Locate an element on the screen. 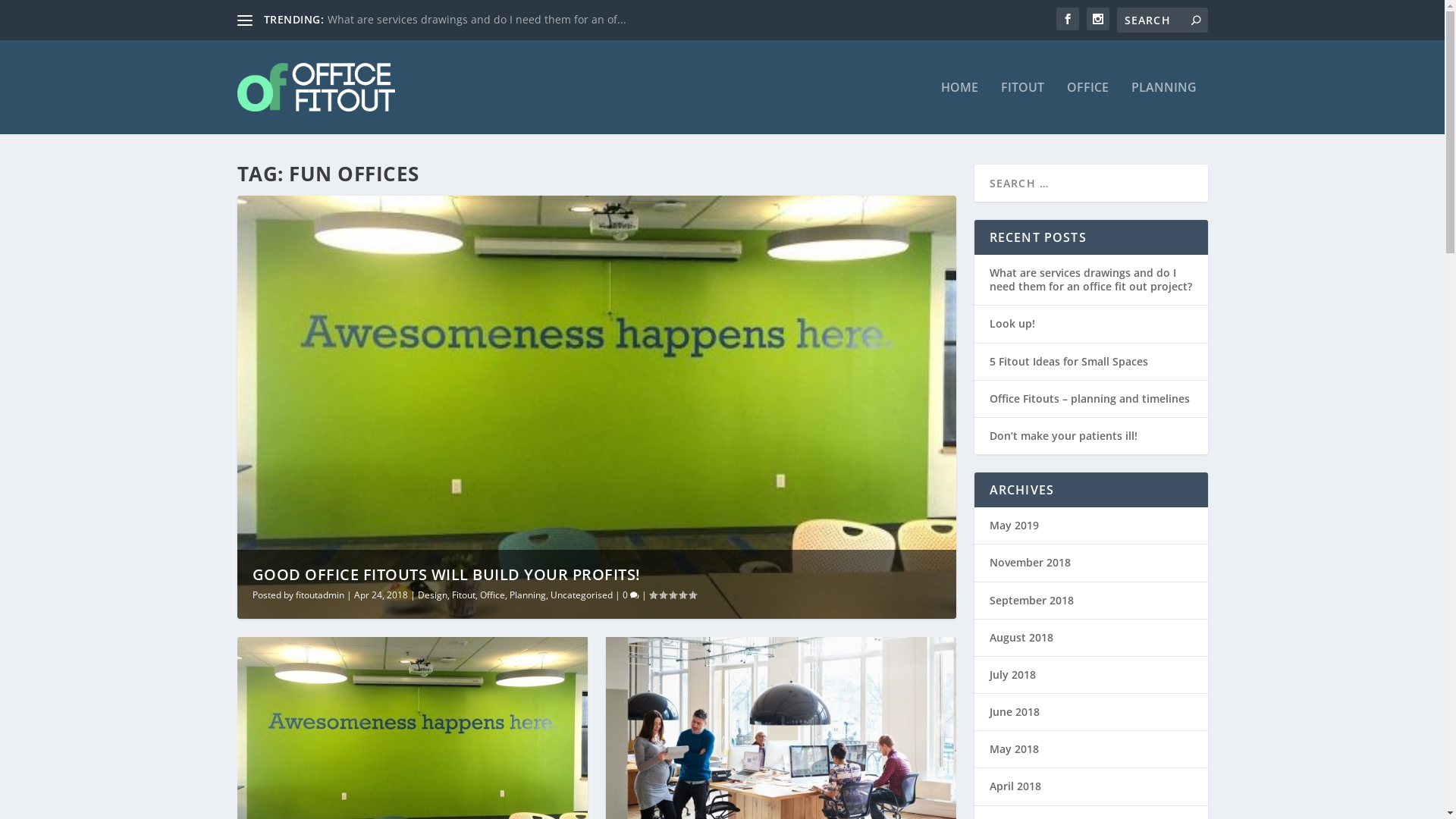  'PLANNING' is located at coordinates (1163, 107).